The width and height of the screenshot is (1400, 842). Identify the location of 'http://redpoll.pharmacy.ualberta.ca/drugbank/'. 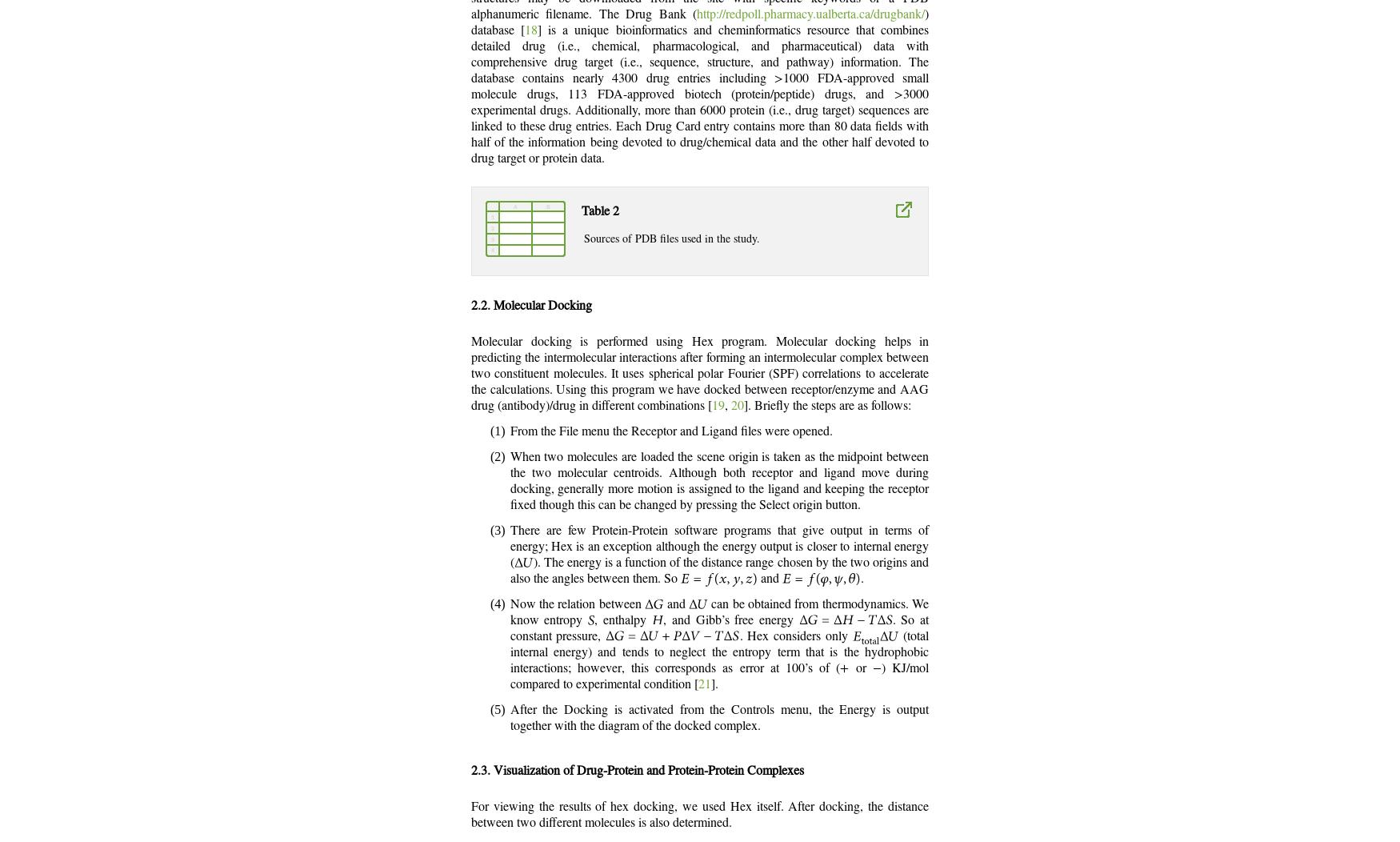
(810, 14).